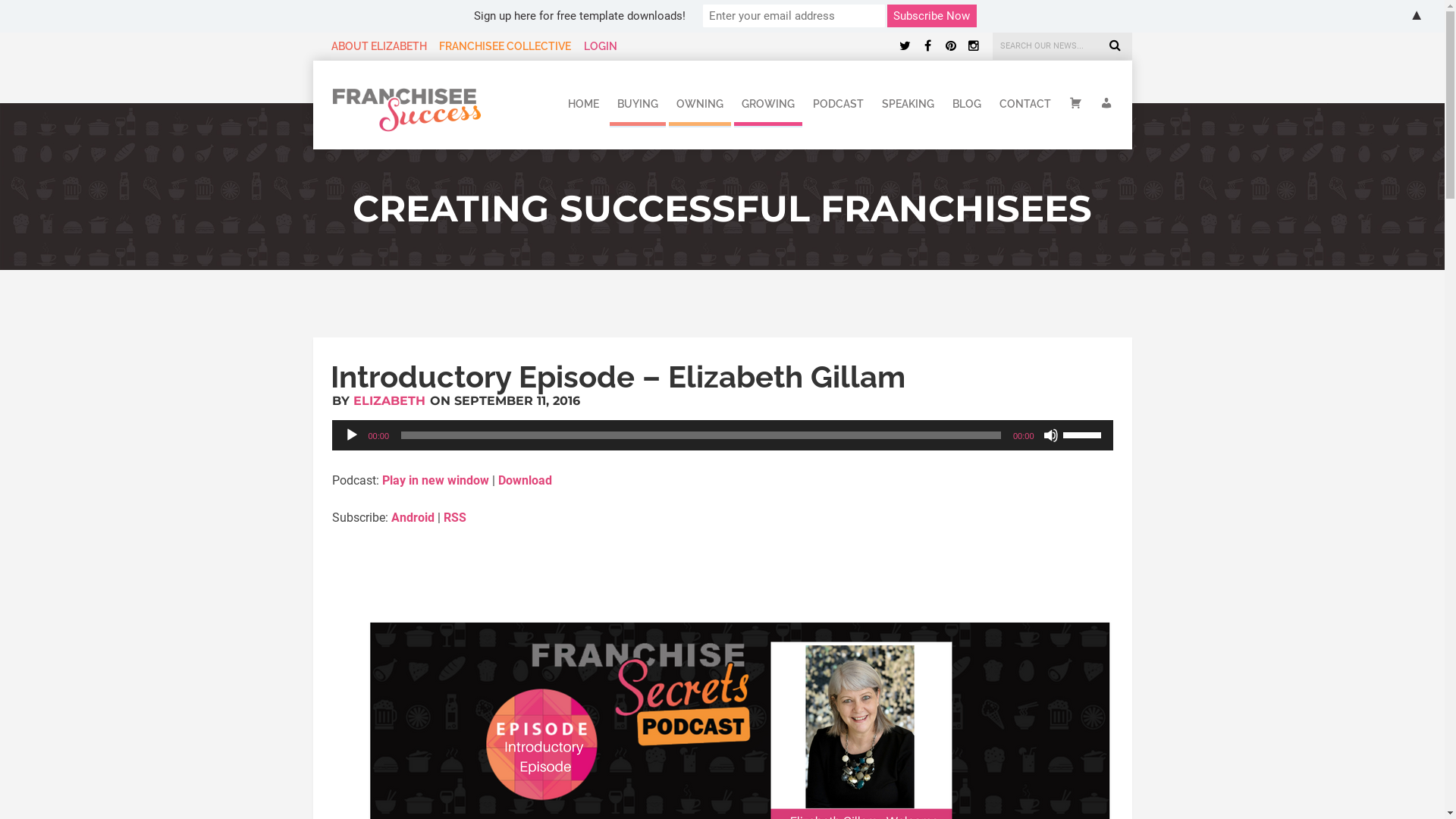 The image size is (1456, 819). Describe the element at coordinates (378, 45) in the screenshot. I see `'ABOUT ELIZABETH'` at that location.